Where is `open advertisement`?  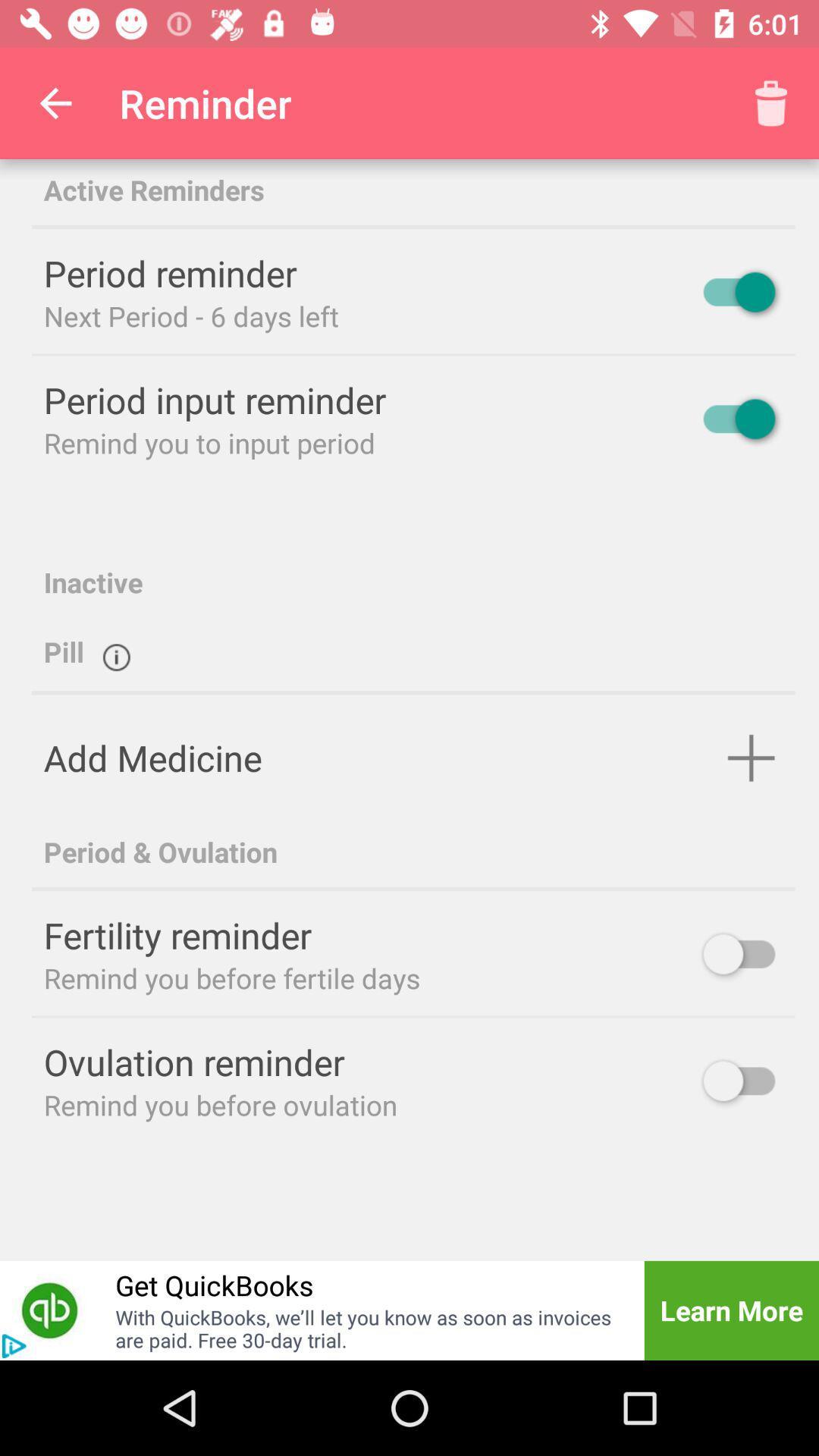 open advertisement is located at coordinates (14, 1346).